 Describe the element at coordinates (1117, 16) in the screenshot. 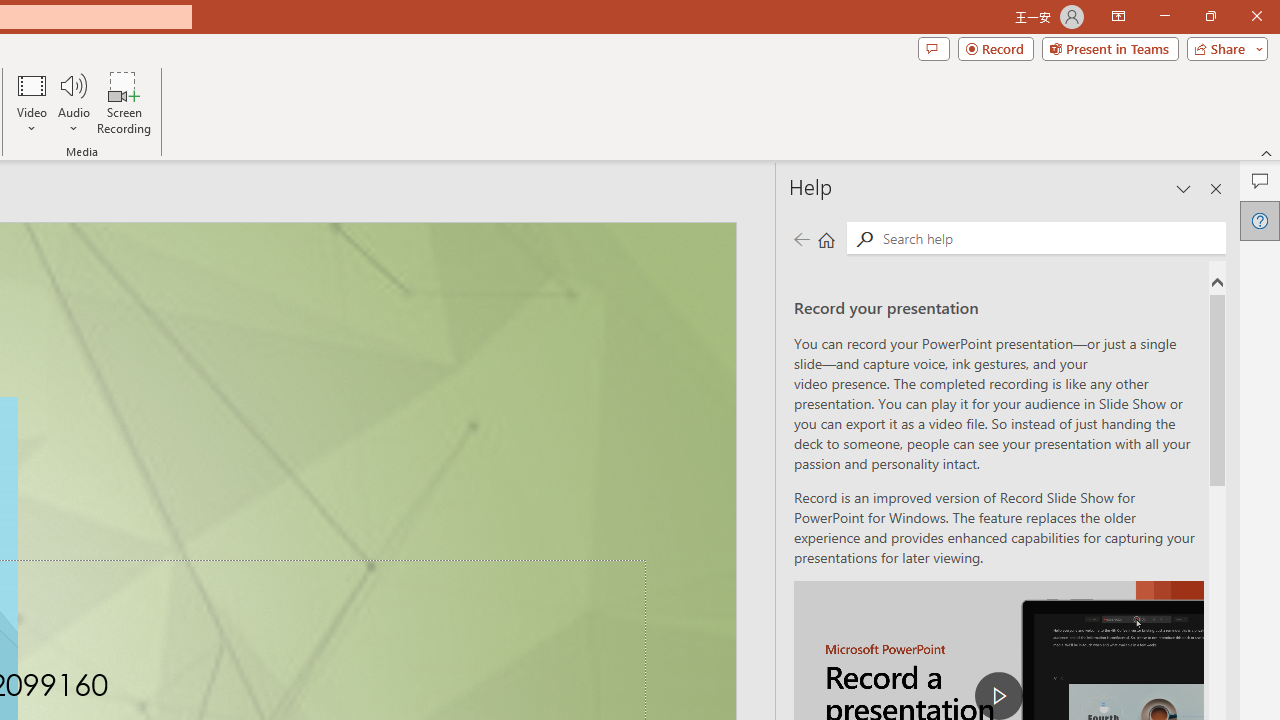

I see `'Ribbon Display Options'` at that location.